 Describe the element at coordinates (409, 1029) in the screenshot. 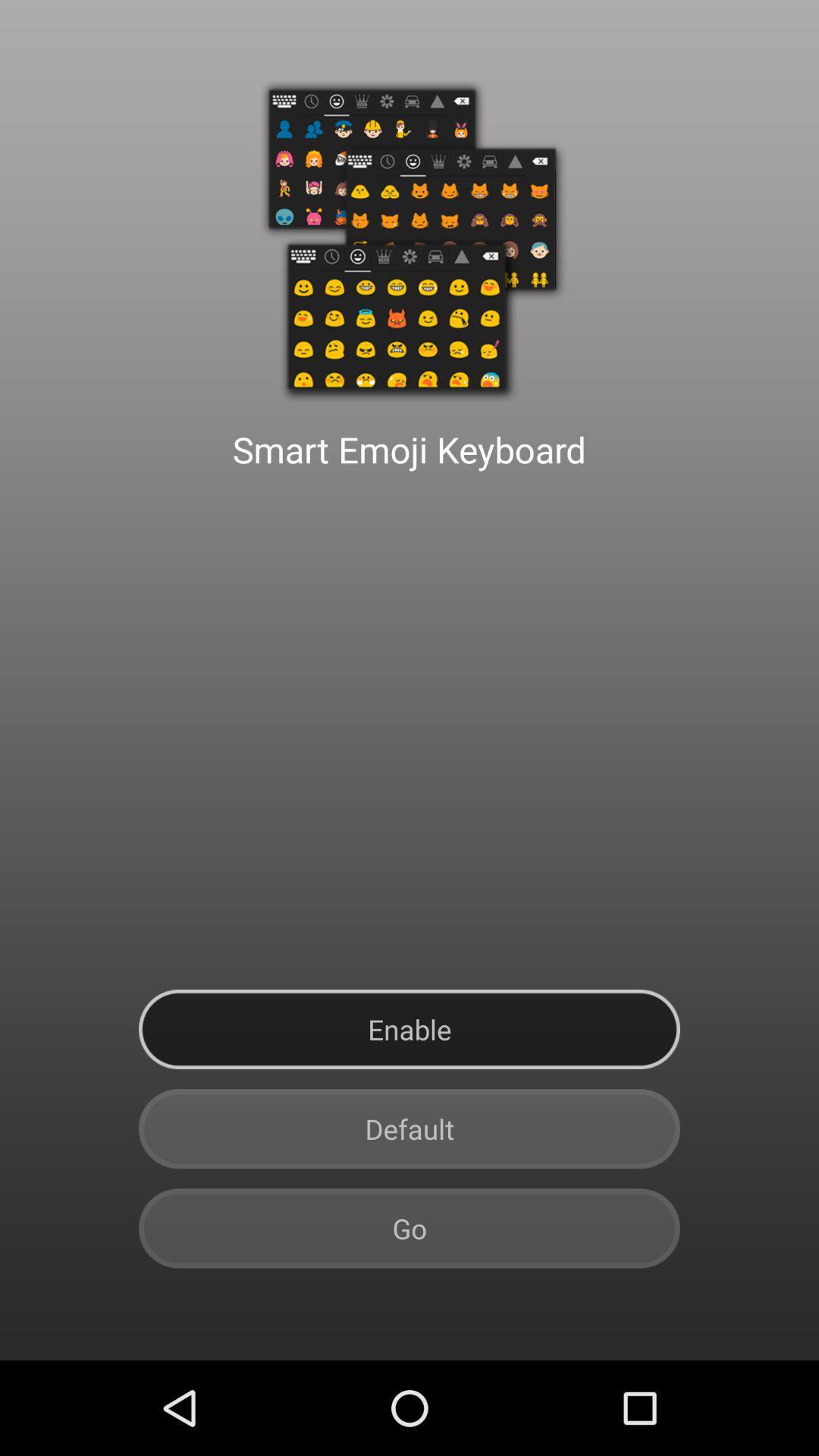

I see `the enable item` at that location.